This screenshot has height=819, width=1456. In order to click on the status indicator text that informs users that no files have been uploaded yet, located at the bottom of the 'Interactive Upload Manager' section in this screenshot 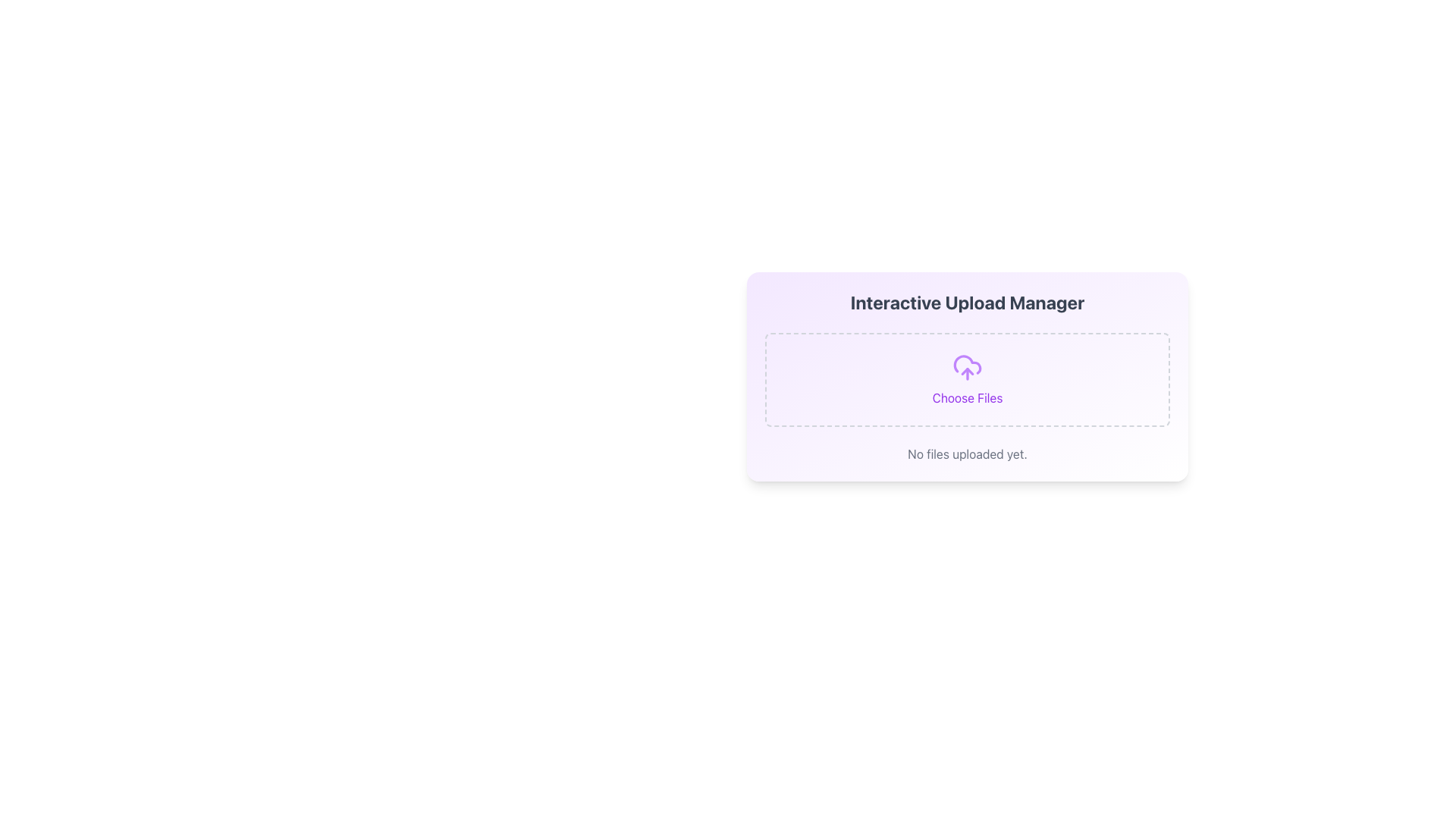, I will do `click(967, 453)`.